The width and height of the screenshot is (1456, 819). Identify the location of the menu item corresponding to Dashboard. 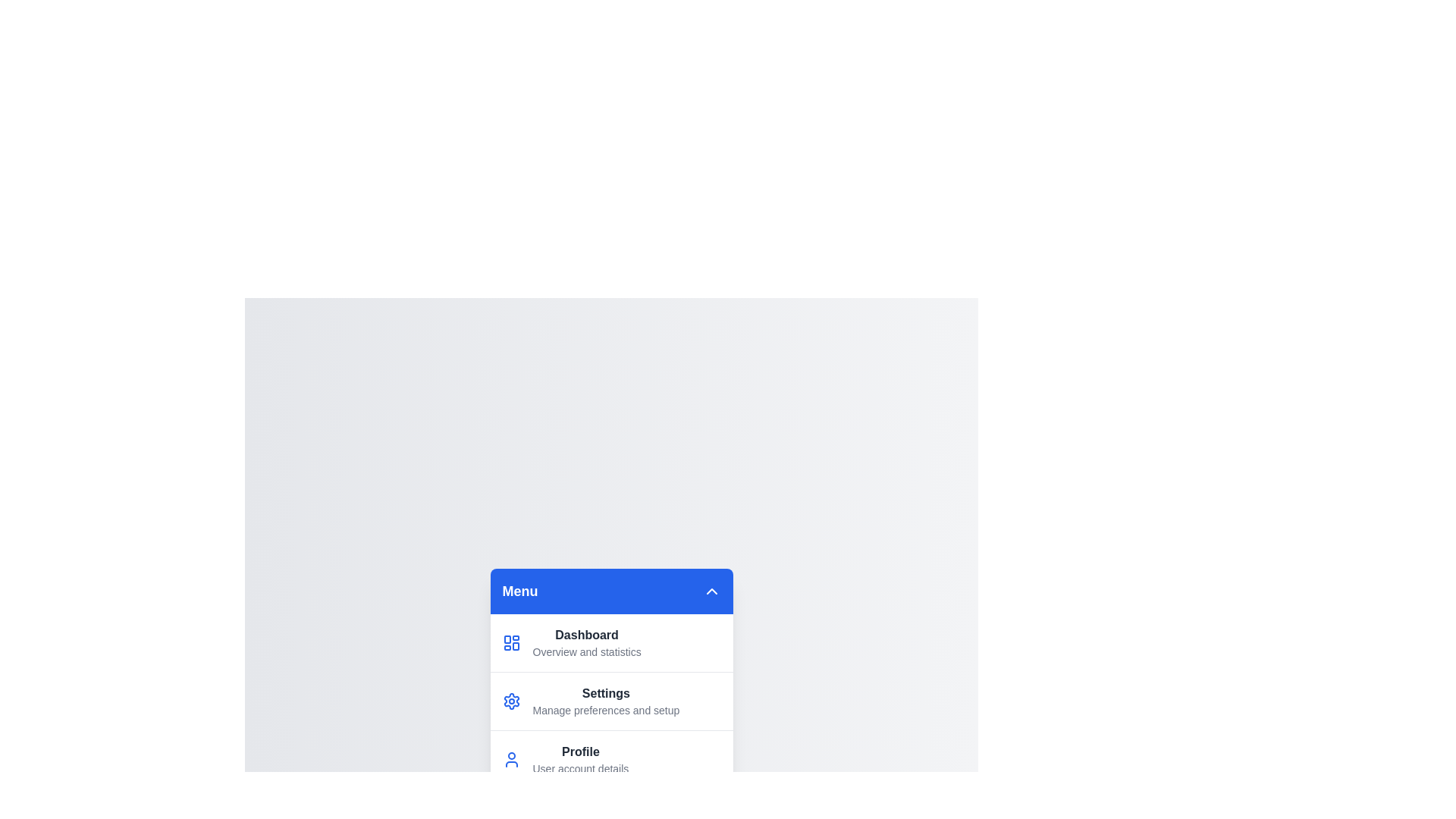
(611, 642).